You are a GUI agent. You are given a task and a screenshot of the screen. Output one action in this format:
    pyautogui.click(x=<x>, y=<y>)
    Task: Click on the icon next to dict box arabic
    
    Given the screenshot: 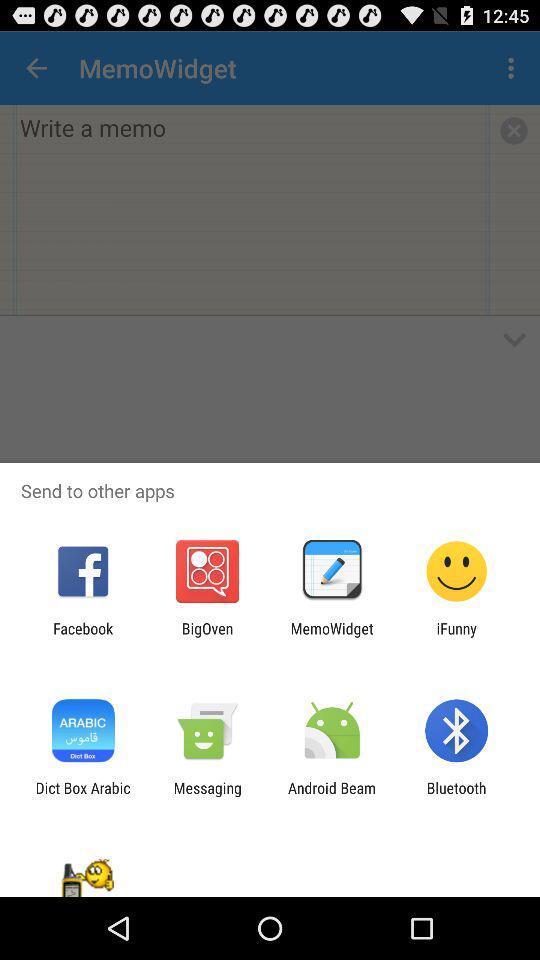 What is the action you would take?
    pyautogui.click(x=206, y=796)
    